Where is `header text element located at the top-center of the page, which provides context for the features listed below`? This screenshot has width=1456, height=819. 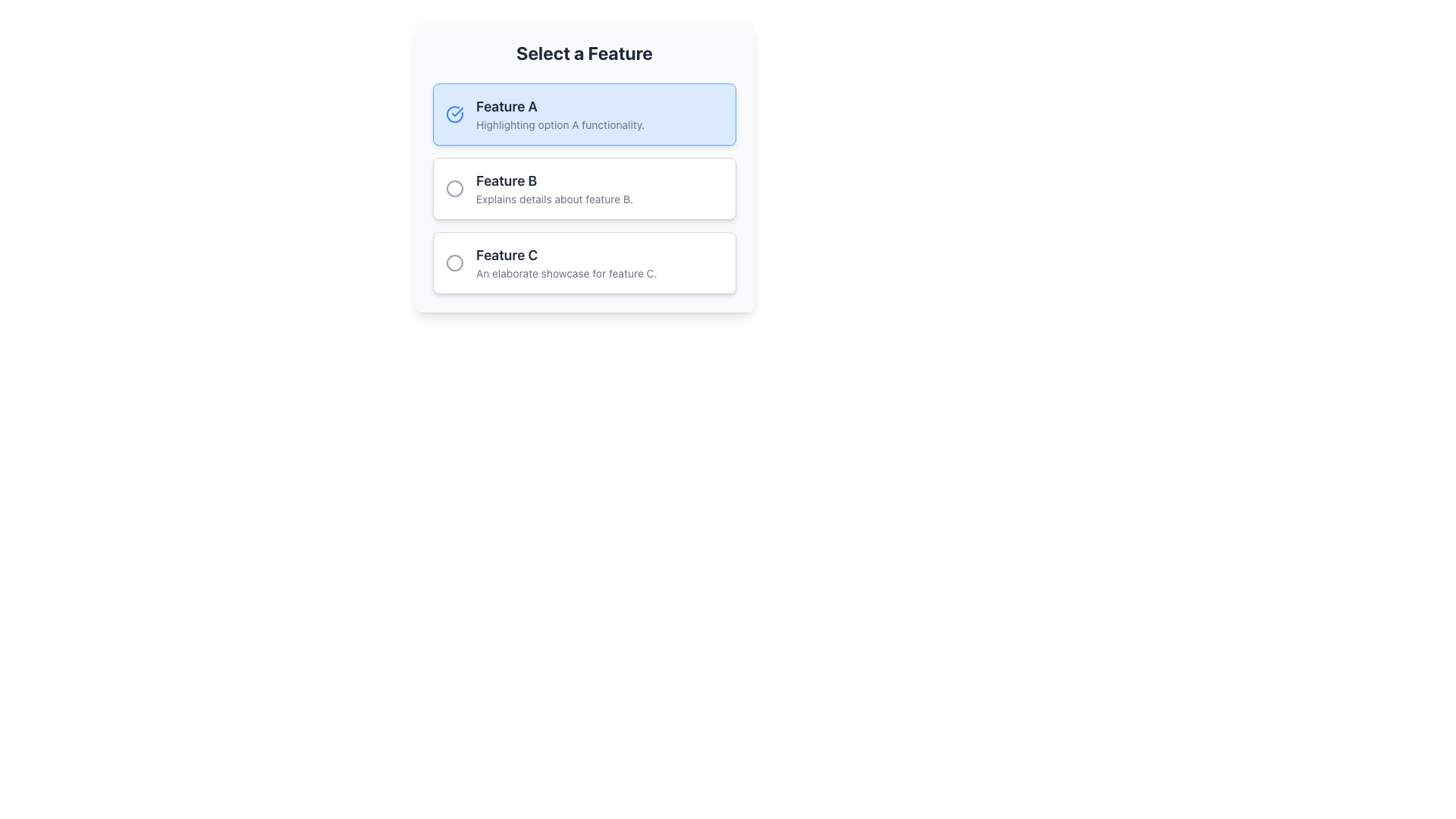
header text element located at the top-center of the page, which provides context for the features listed below is located at coordinates (584, 52).